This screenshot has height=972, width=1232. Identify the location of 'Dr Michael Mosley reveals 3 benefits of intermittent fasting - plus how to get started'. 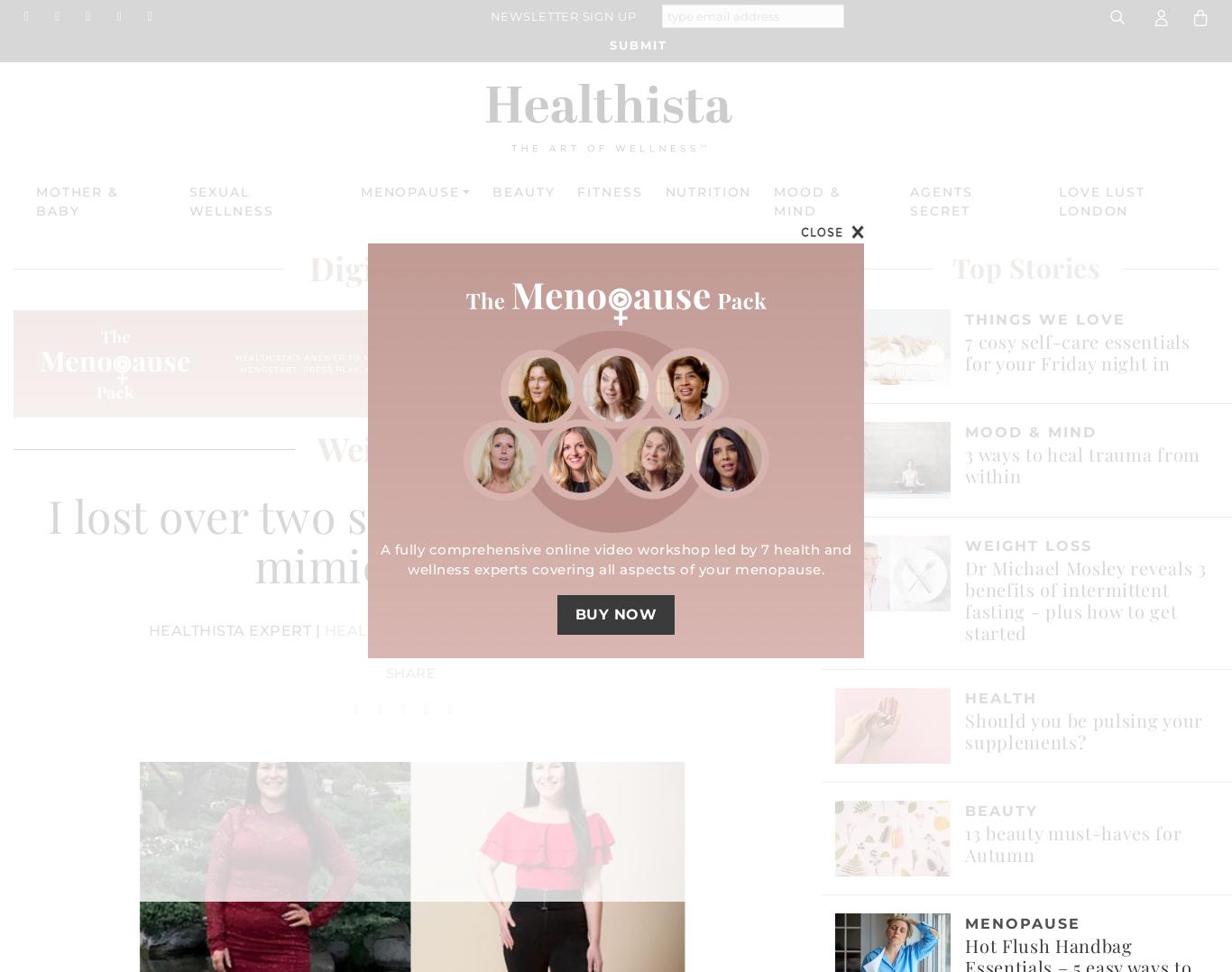
(1085, 599).